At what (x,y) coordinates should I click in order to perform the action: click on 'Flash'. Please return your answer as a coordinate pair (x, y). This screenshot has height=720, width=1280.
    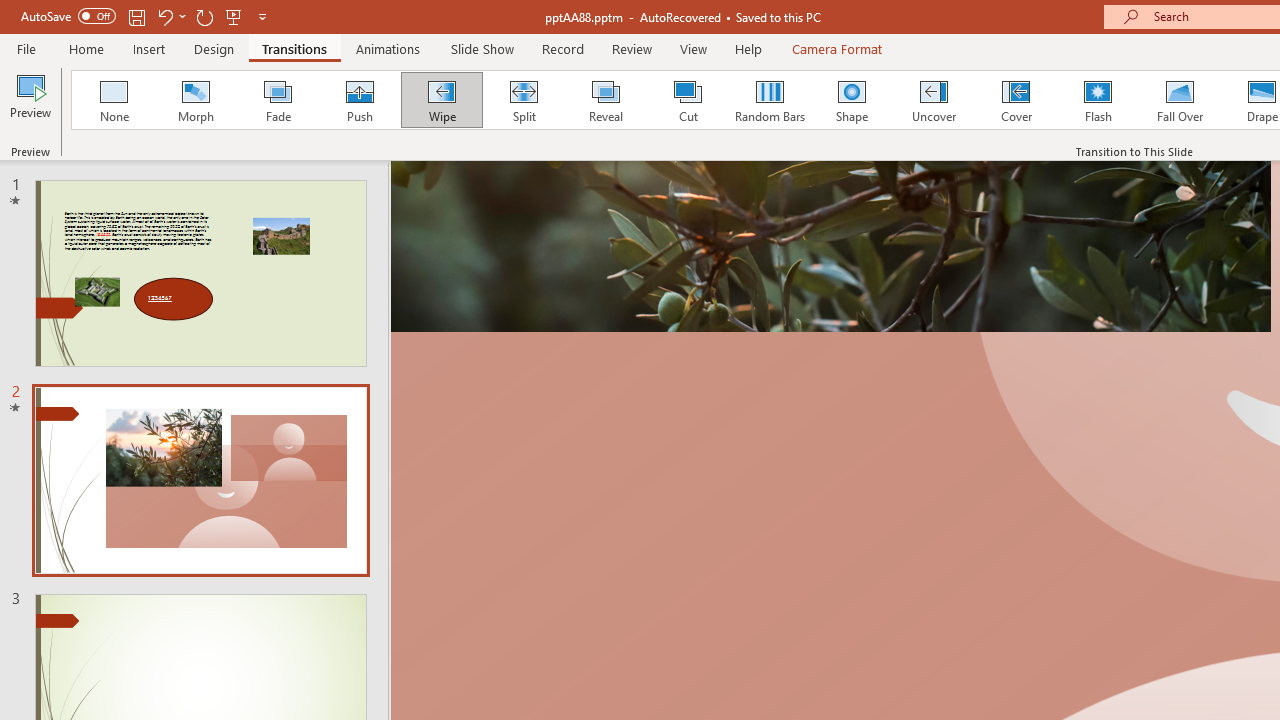
    Looking at the image, I should click on (1097, 100).